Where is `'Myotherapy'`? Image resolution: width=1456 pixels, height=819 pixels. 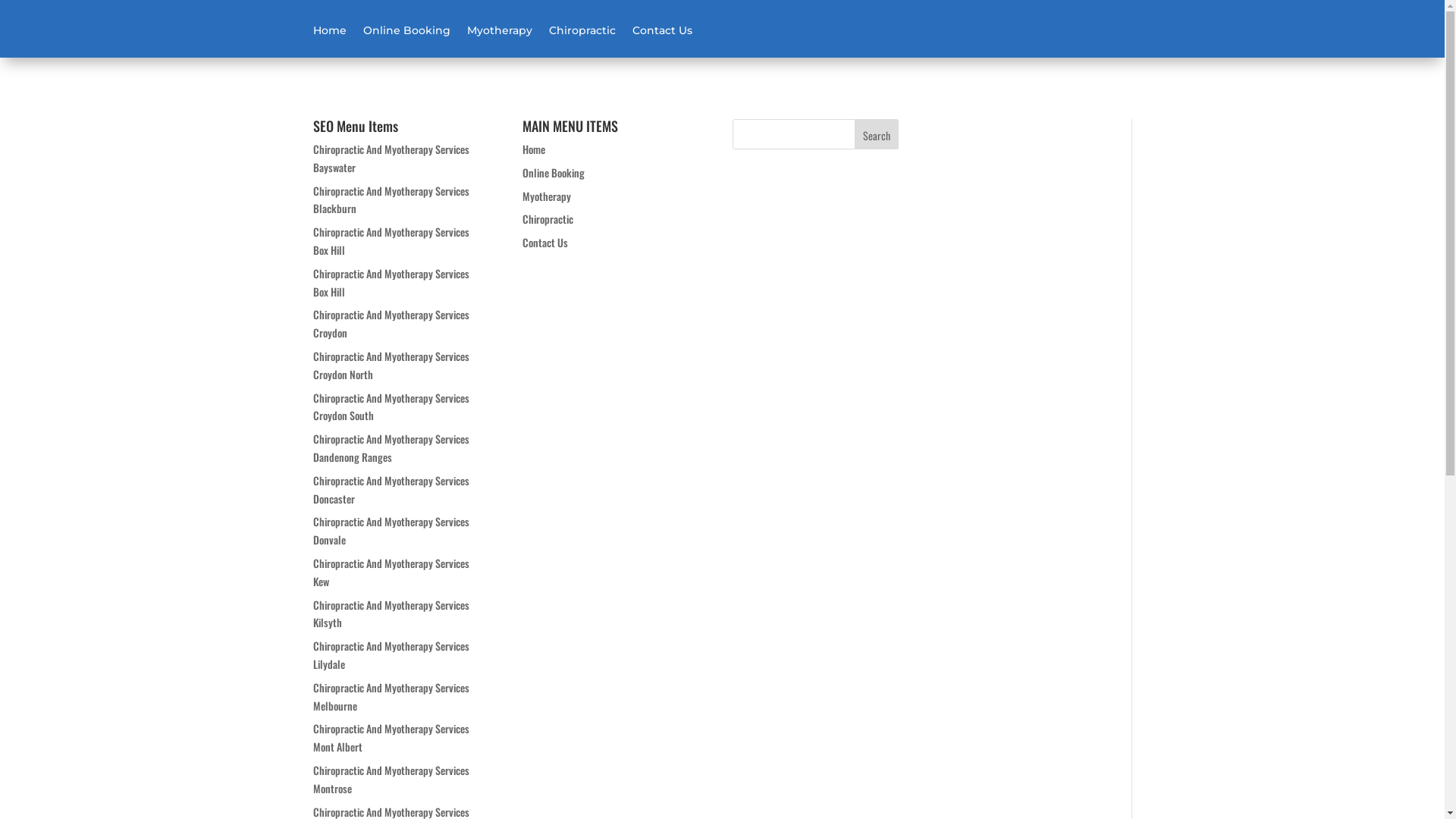 'Myotherapy' is located at coordinates (546, 195).